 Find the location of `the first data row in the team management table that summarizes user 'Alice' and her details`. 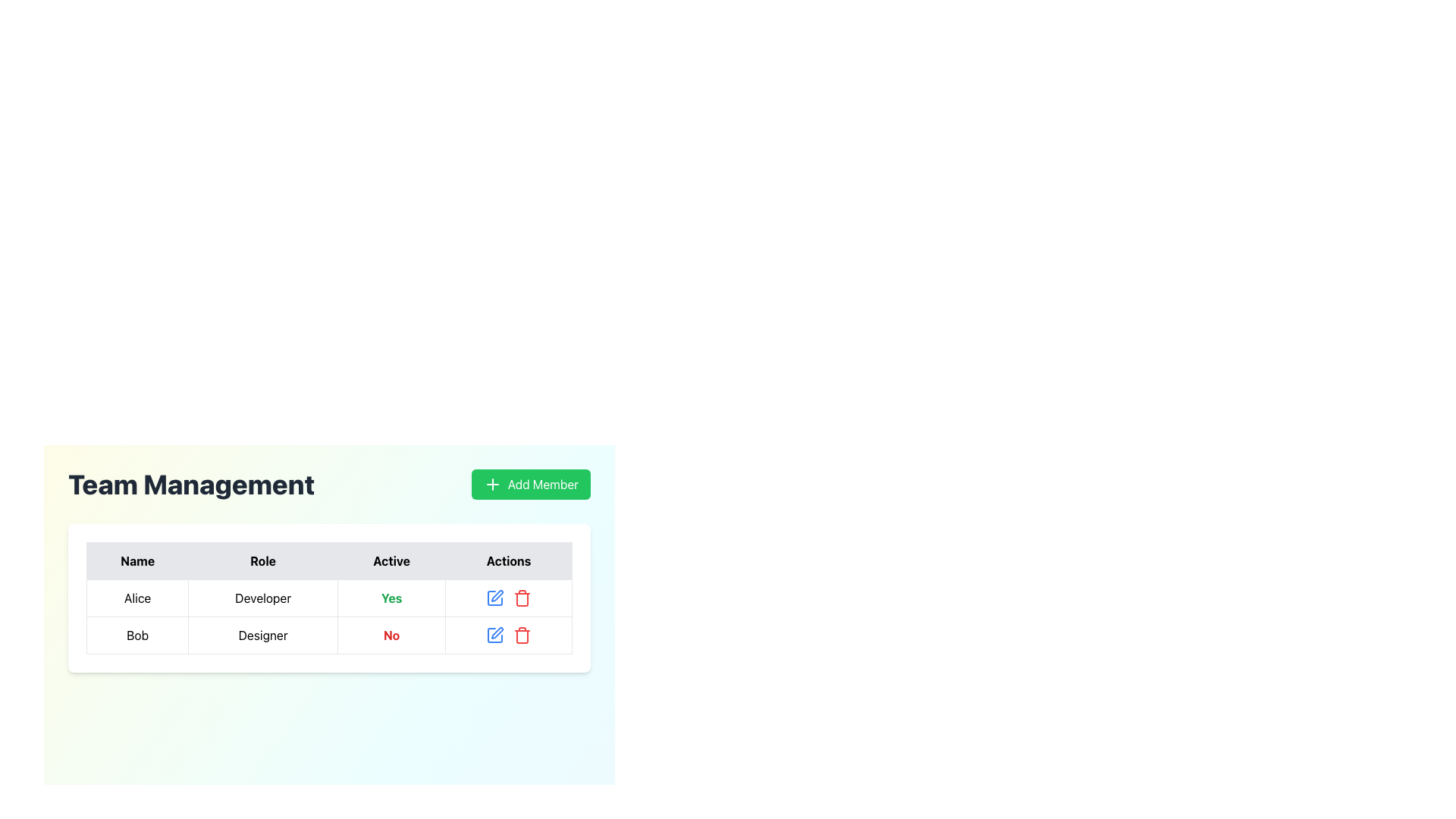

the first data row in the team management table that summarizes user 'Alice' and her details is located at coordinates (328, 617).